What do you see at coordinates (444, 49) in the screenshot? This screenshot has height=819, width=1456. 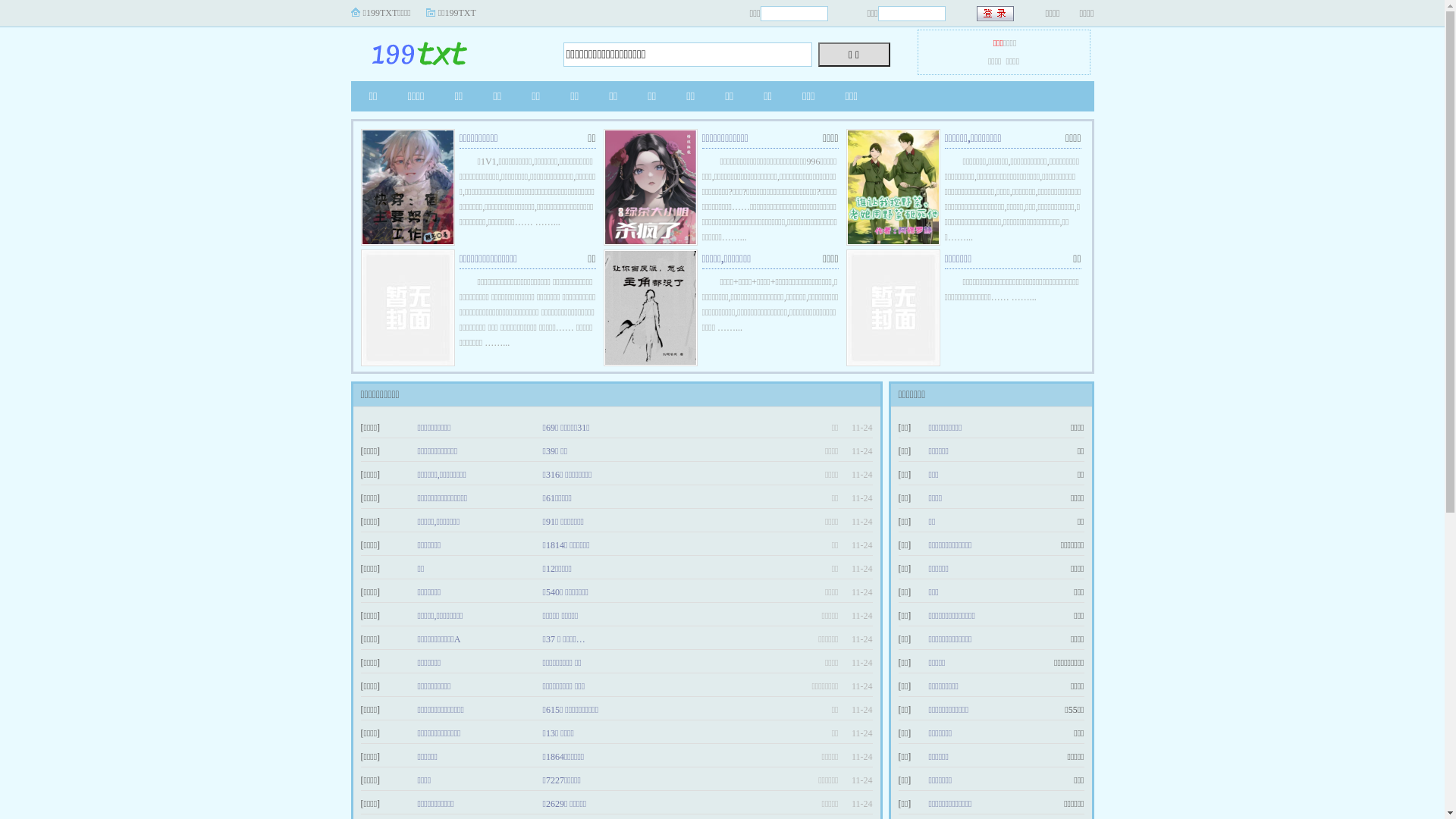 I see `'199TXT'` at bounding box center [444, 49].